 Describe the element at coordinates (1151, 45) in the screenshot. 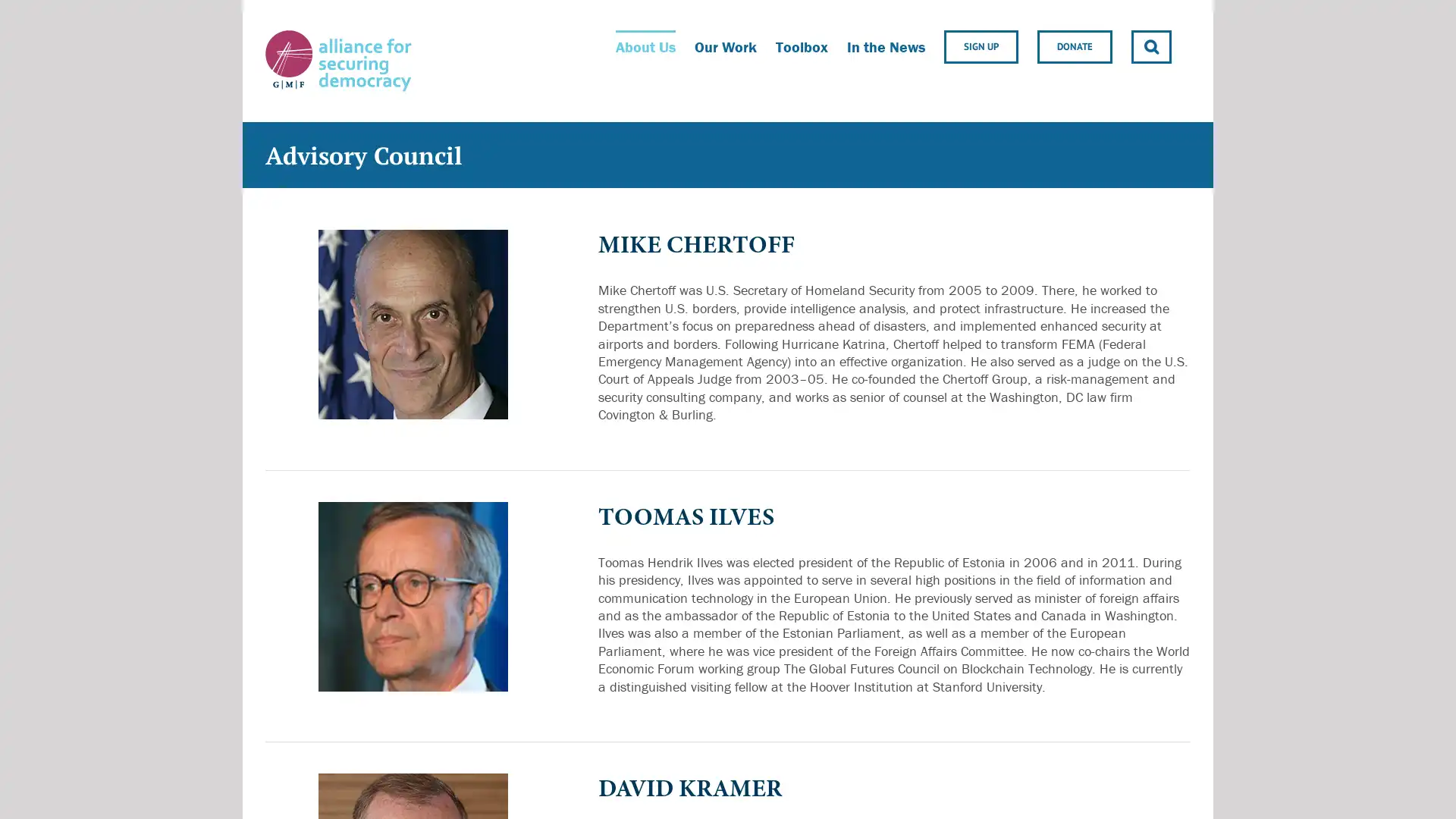

I see `Search` at that location.